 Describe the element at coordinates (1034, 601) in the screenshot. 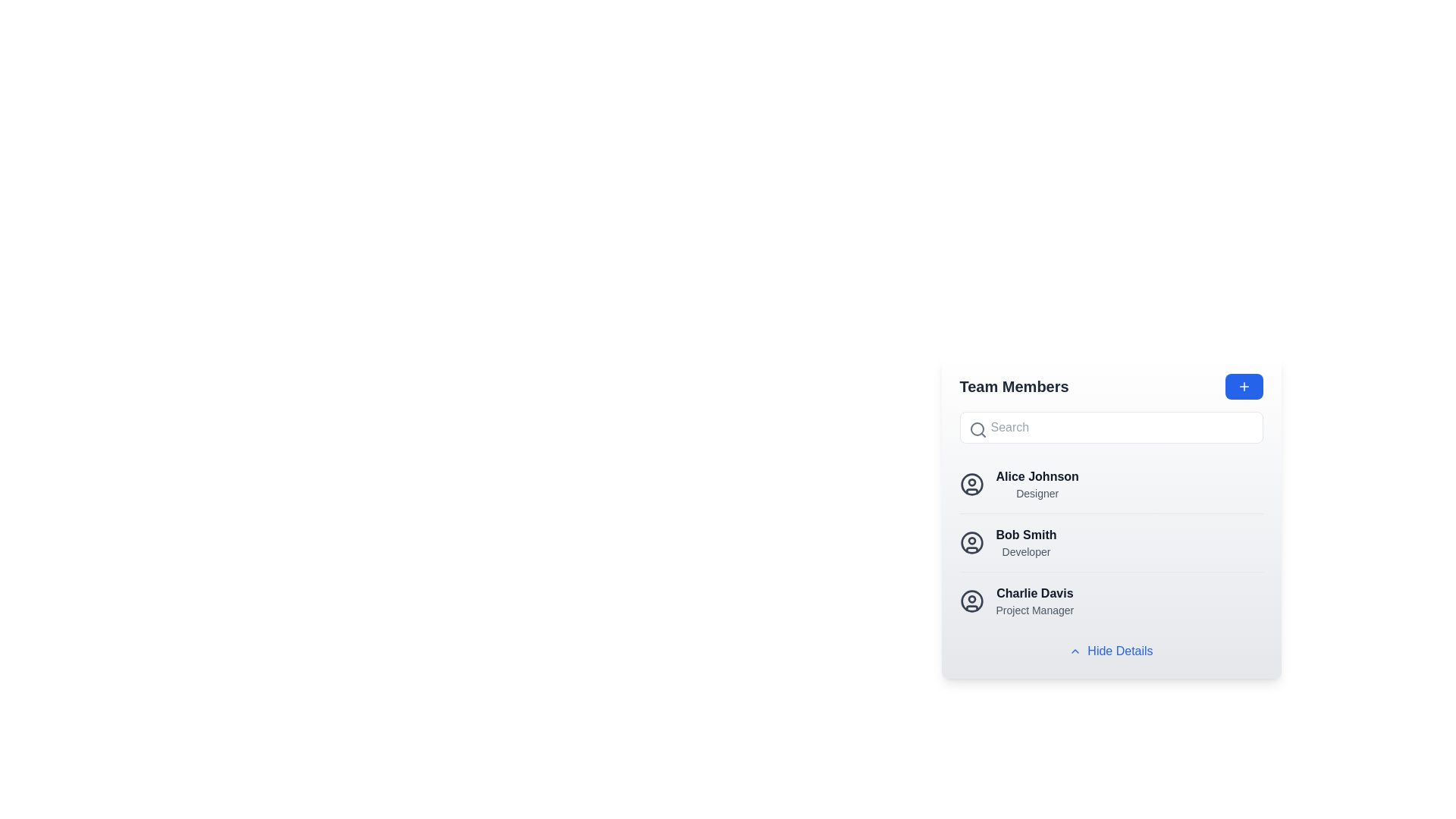

I see `the textual label 'Charlie Davis' which is styled with bold typography and located under the heading 'Team Members', specifically the third entry in the list` at that location.